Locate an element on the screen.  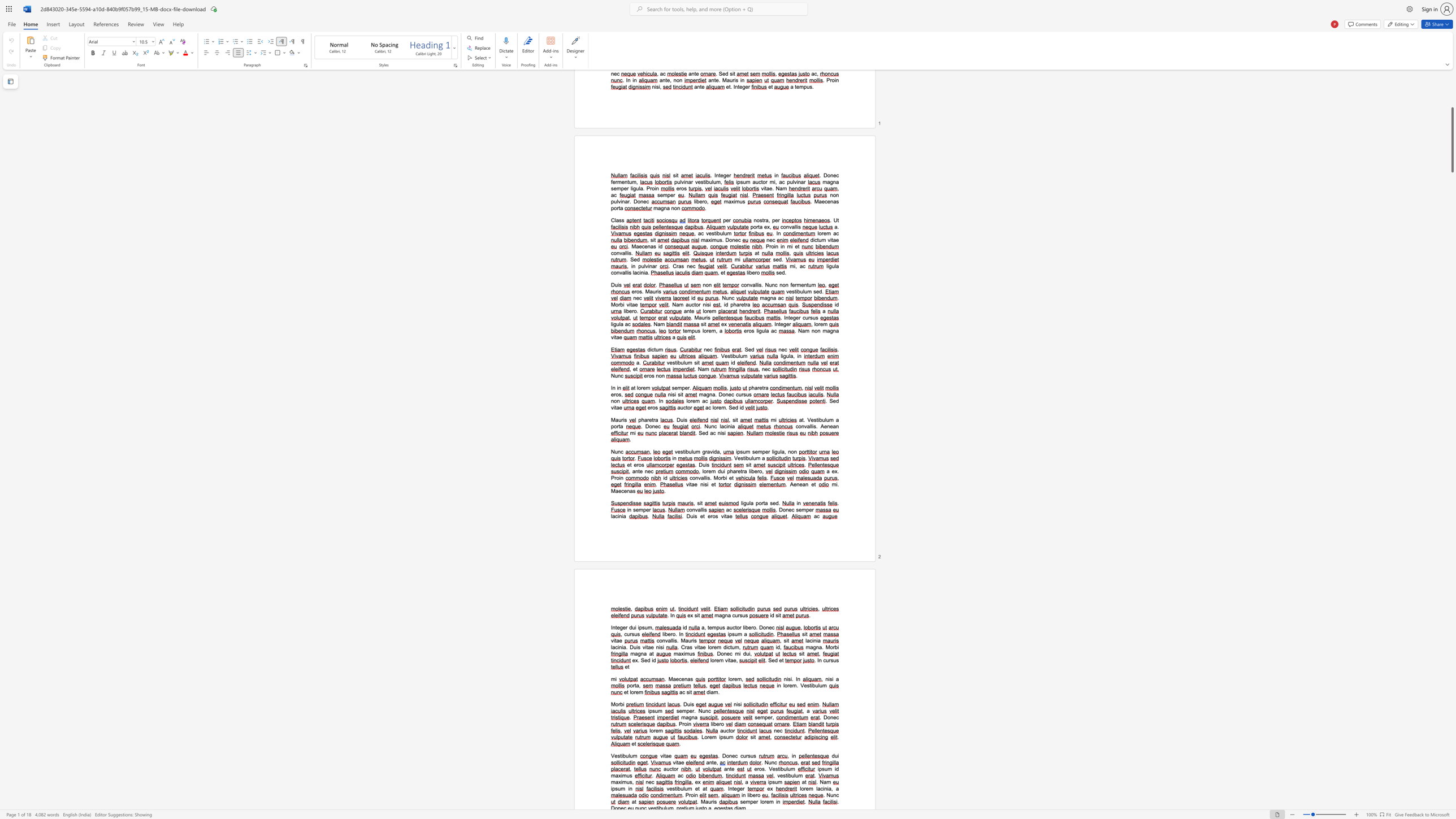
the 1th character "s" in the text is located at coordinates (784, 775).